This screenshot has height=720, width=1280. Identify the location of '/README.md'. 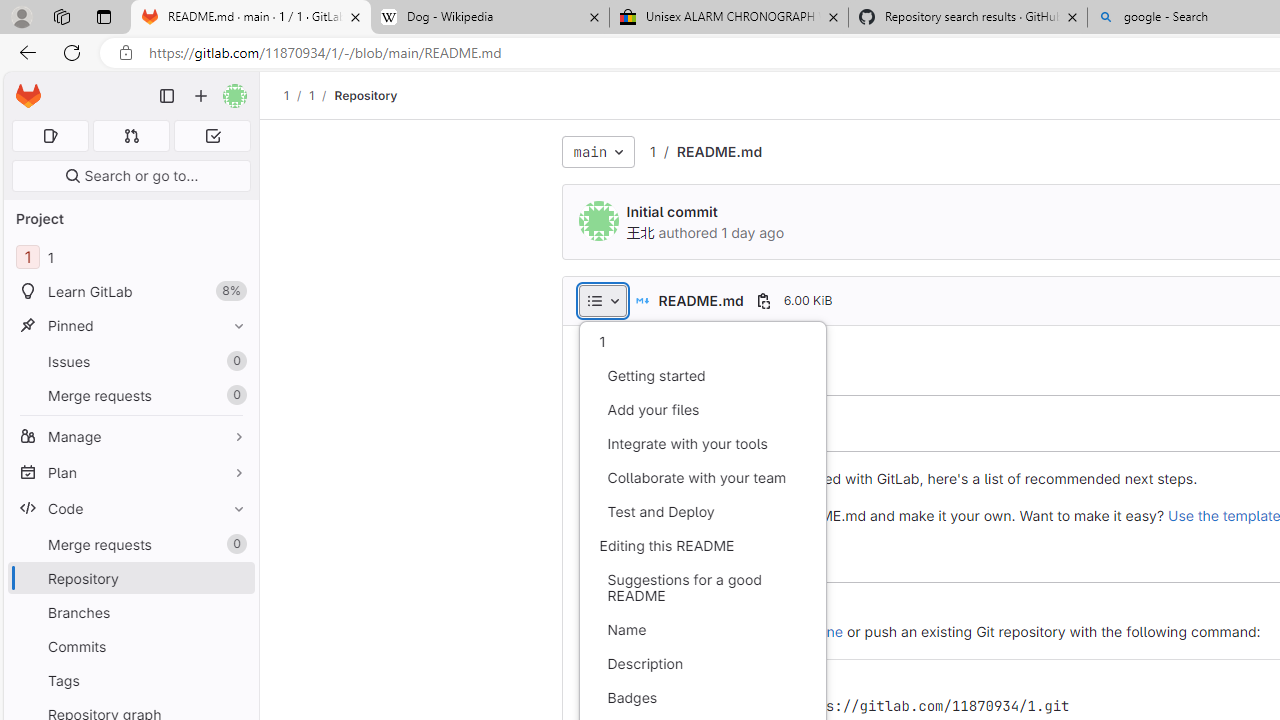
(709, 150).